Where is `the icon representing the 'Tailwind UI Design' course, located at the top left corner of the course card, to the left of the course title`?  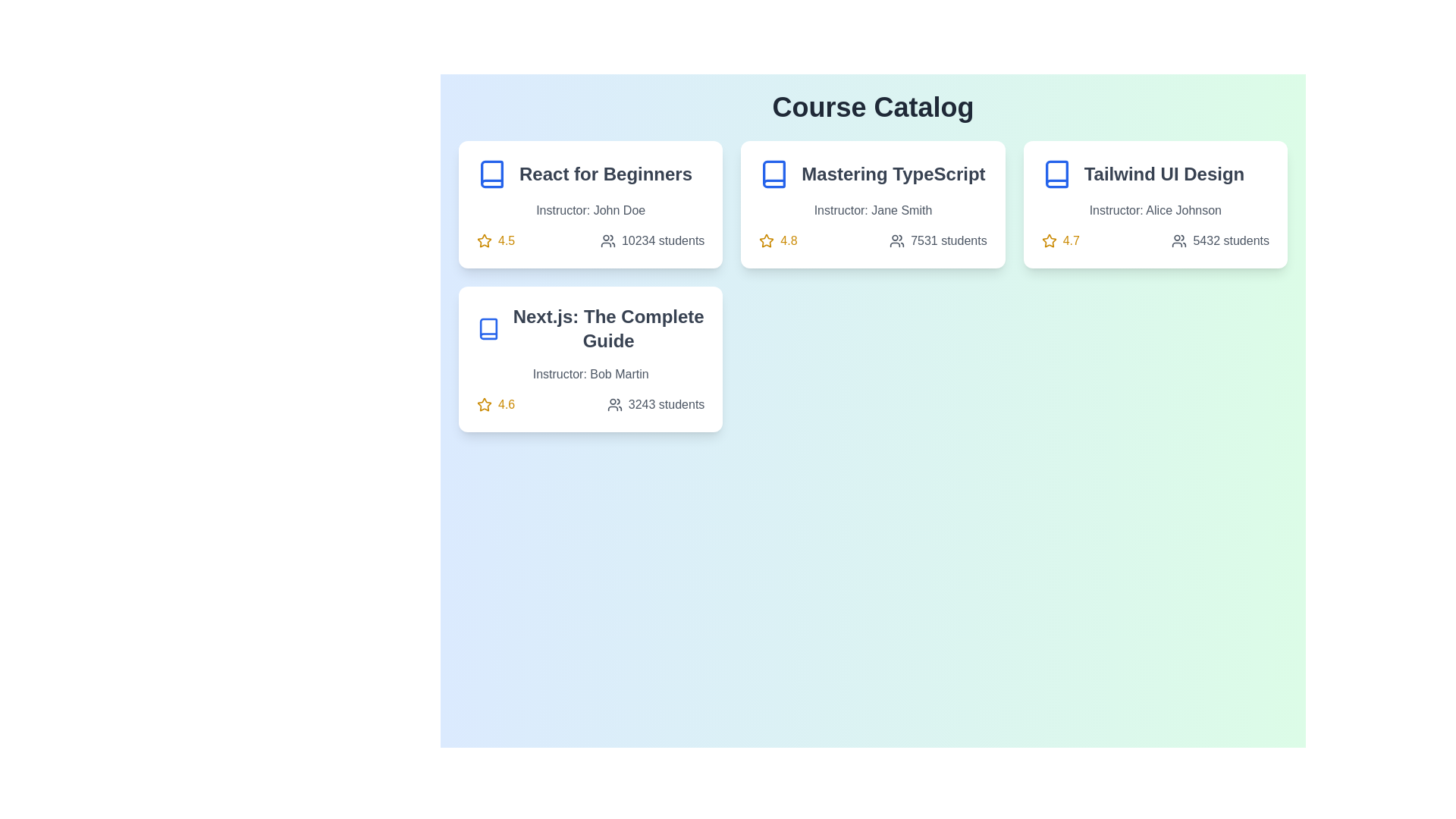 the icon representing the 'Tailwind UI Design' course, located at the top left corner of the course card, to the left of the course title is located at coordinates (1056, 174).